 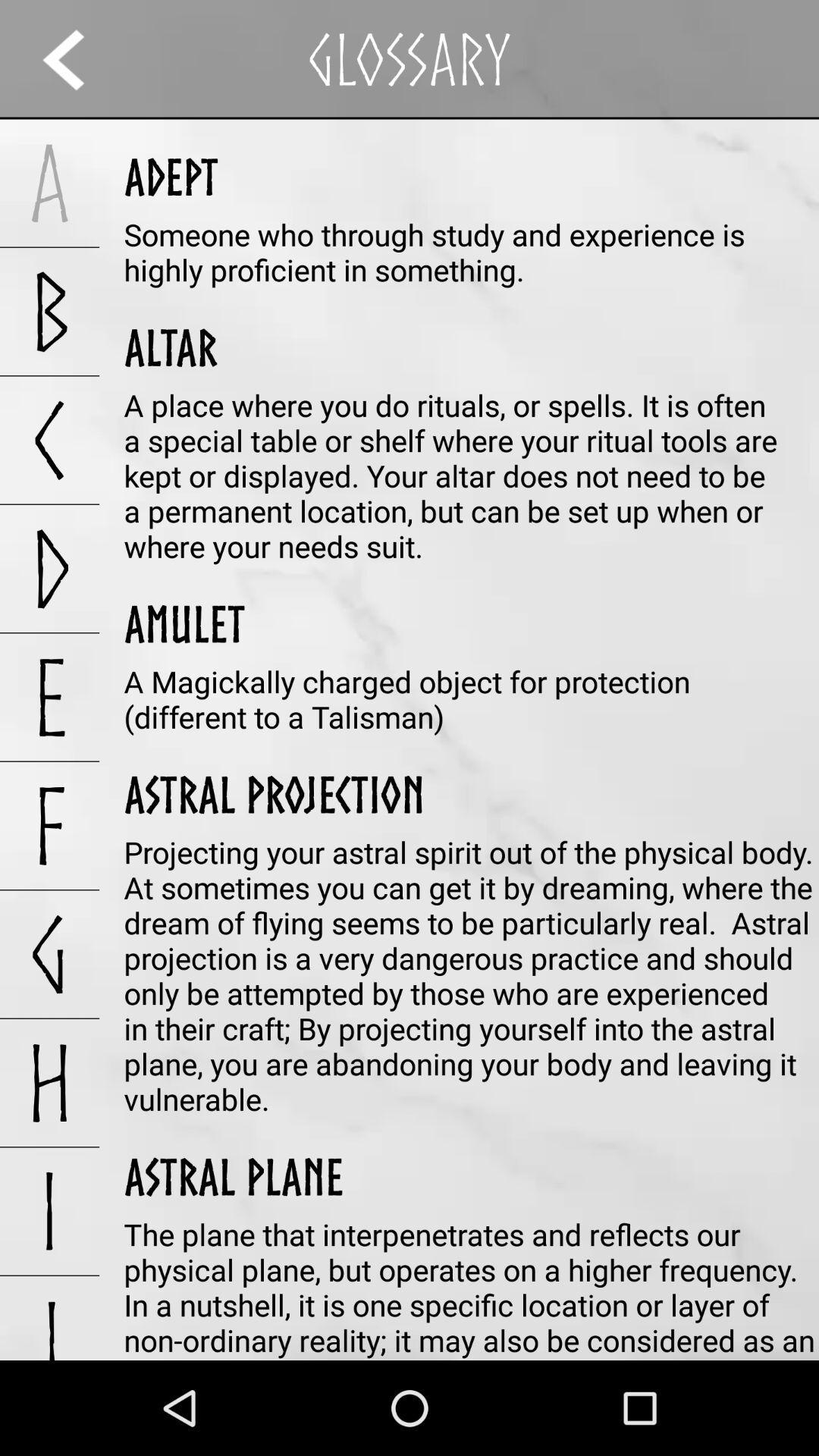 I want to click on the item below astral projection app, so click(x=470, y=975).